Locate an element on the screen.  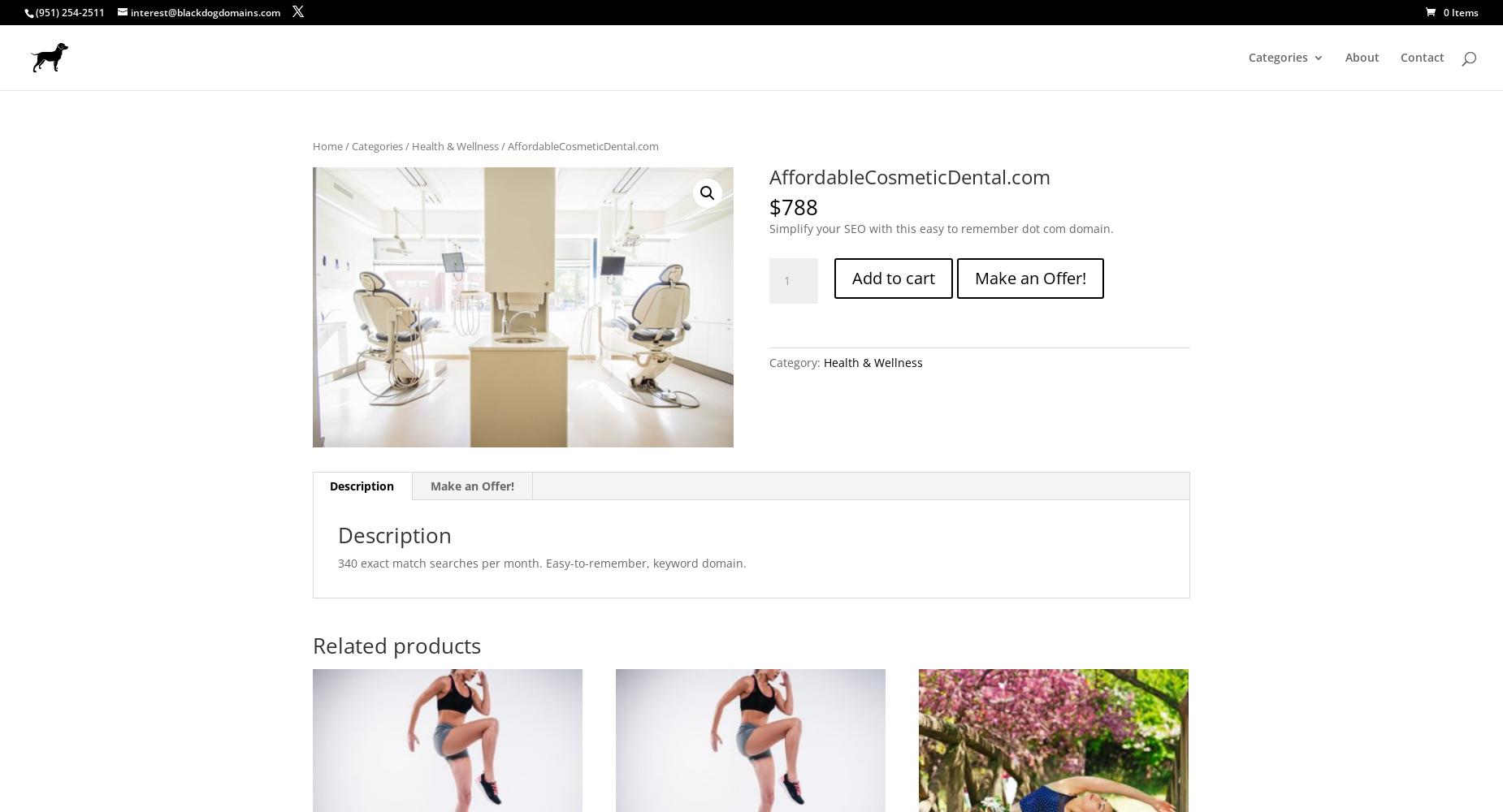
'Shopping' is located at coordinates (1307, 514).